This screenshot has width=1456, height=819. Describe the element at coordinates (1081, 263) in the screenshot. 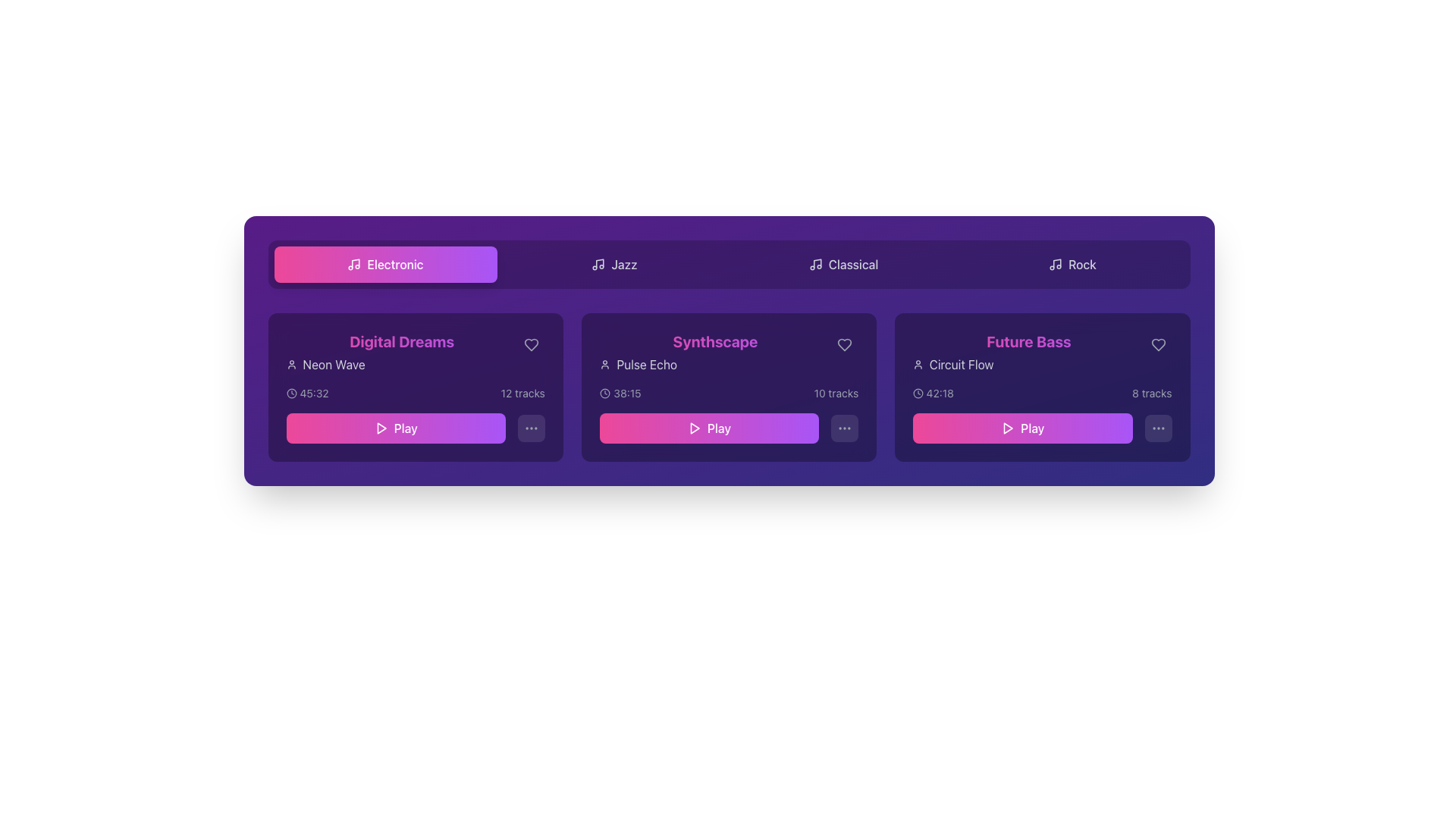

I see `the text-based button labeled 'Rock', which is displayed in white sans-serif font next to a musical note icon on a purple background` at that location.